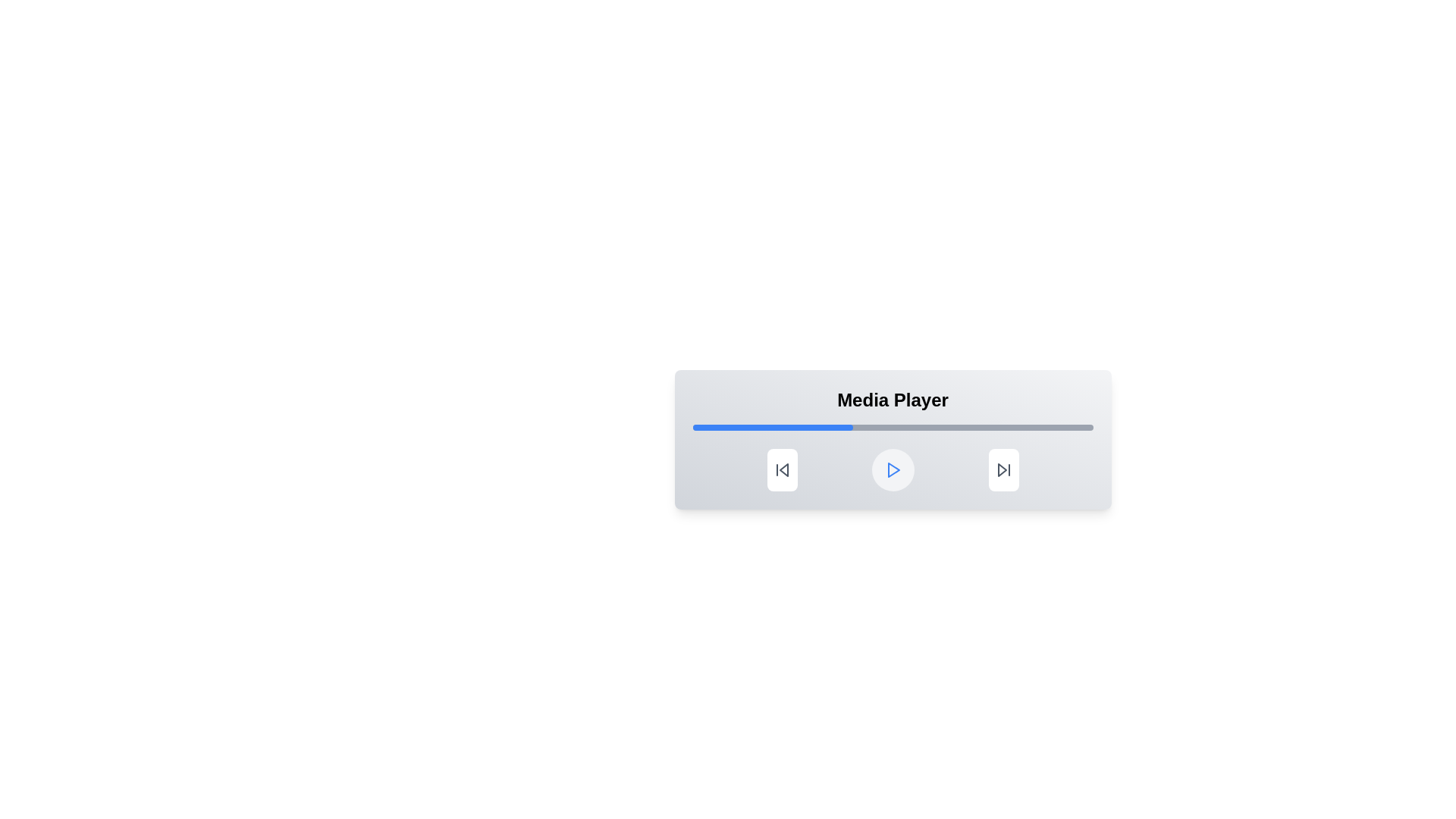  What do you see at coordinates (896, 427) in the screenshot?
I see `the progress bar` at bounding box center [896, 427].